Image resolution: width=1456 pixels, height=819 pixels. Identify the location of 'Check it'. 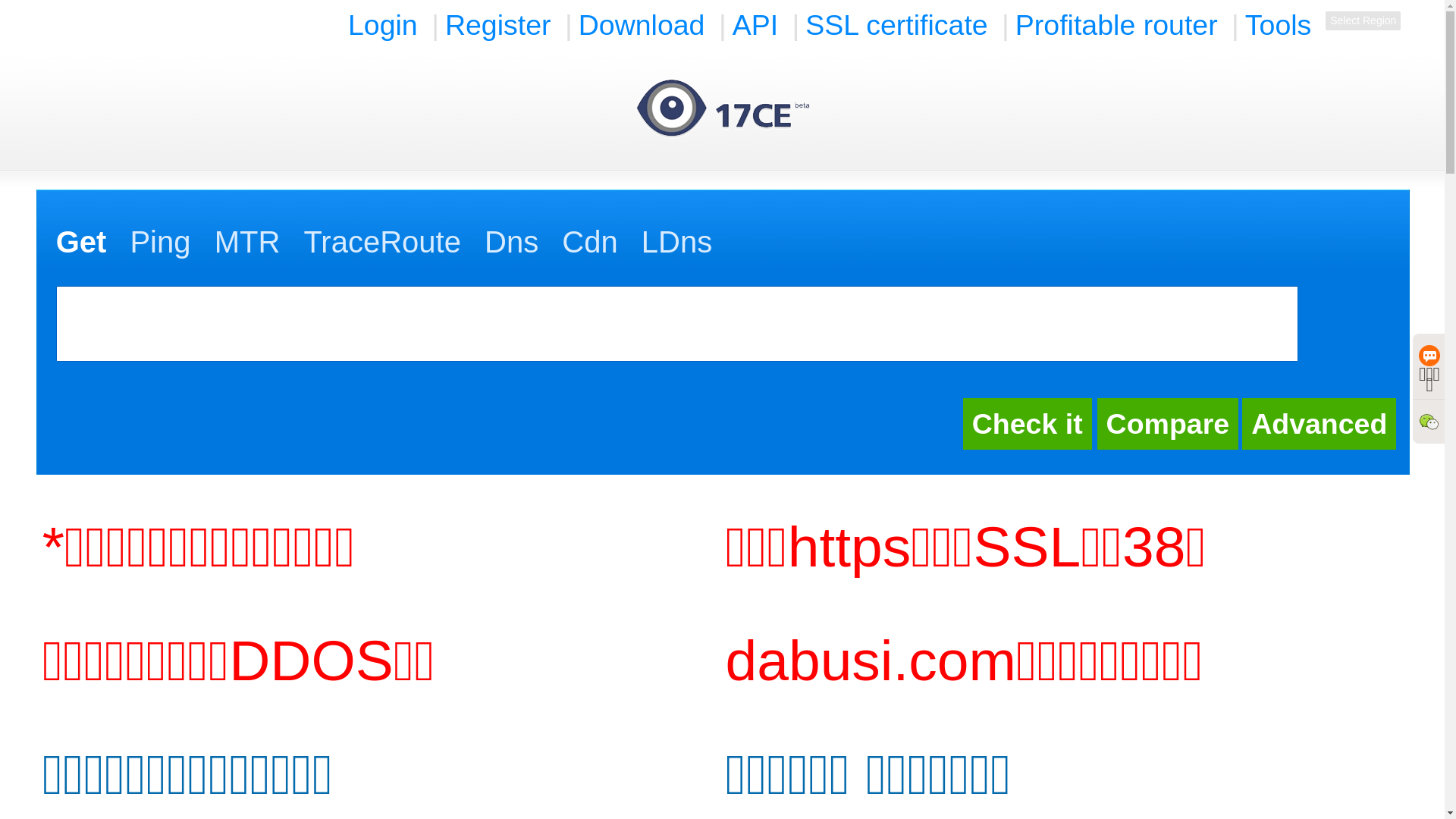
(962, 424).